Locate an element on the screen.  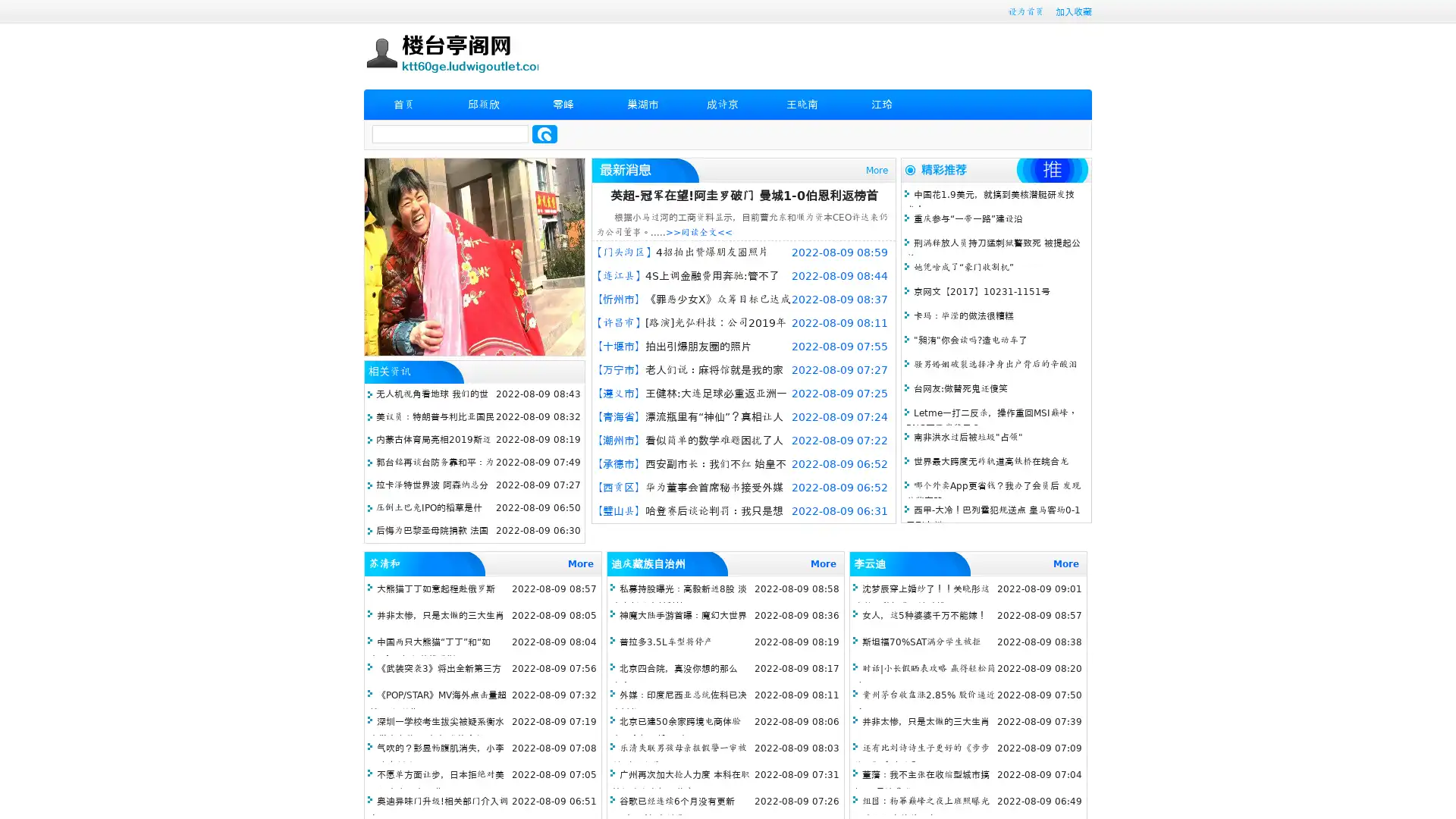
Search is located at coordinates (544, 133).